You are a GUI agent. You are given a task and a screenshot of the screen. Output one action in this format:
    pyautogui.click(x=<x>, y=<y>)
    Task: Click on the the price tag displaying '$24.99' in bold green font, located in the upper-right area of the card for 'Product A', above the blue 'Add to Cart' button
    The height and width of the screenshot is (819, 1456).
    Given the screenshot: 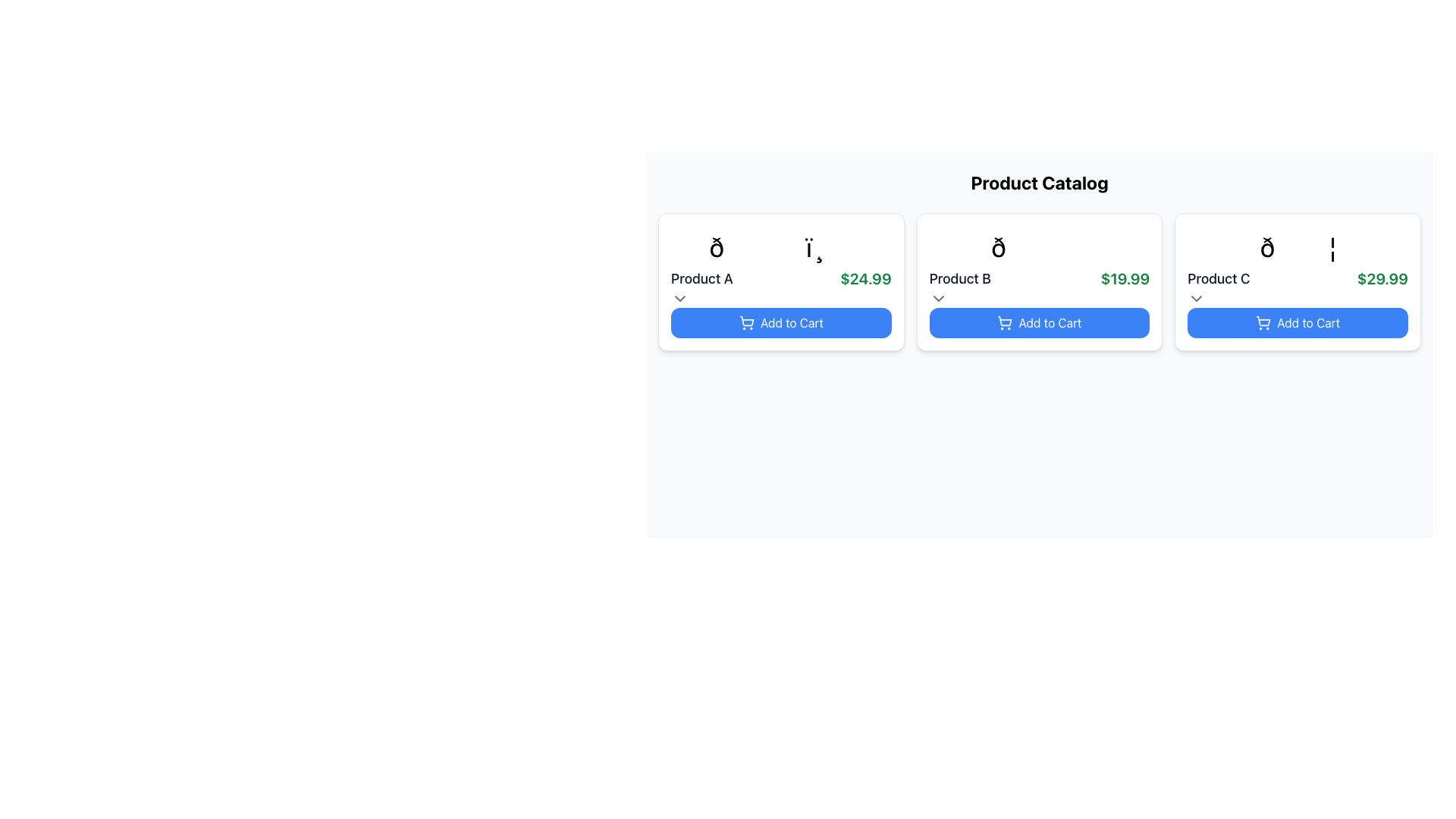 What is the action you would take?
    pyautogui.click(x=866, y=278)
    